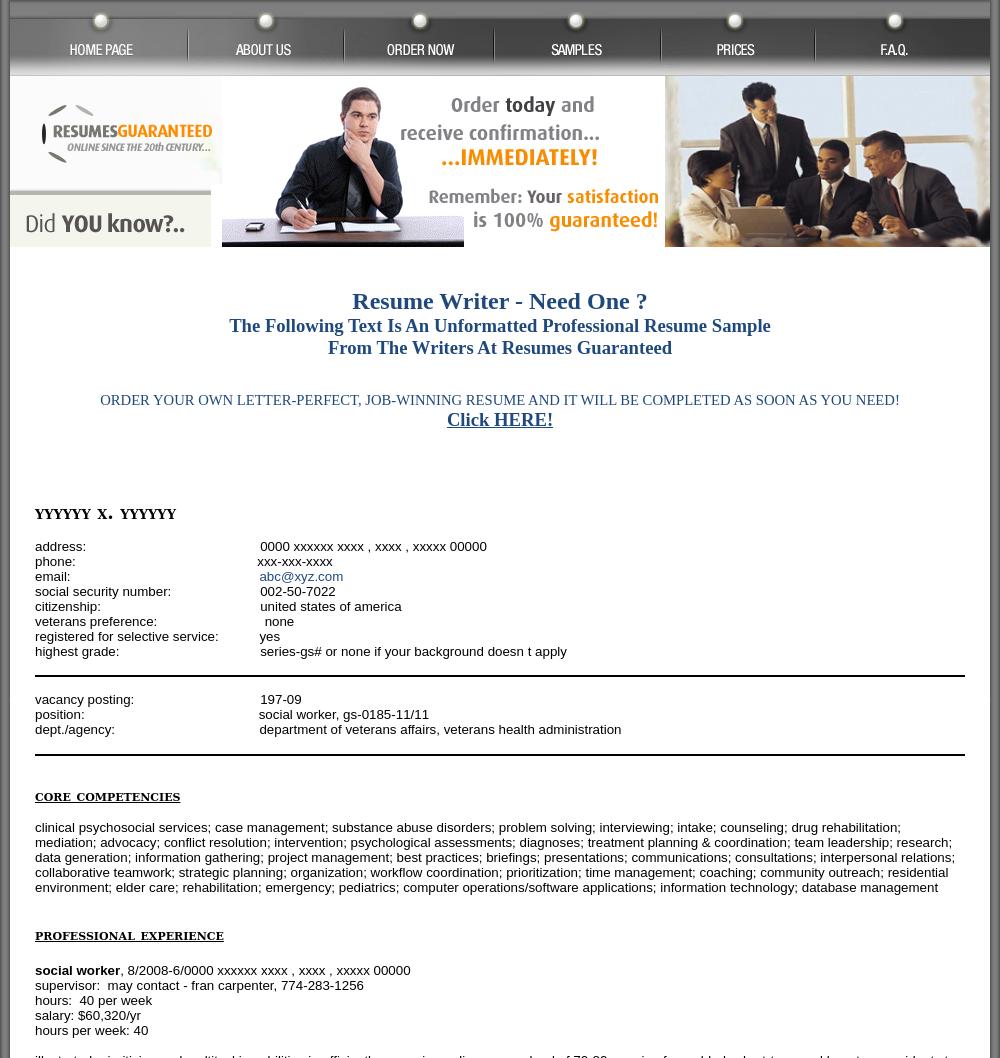 Image resolution: width=1000 pixels, height=1058 pixels. Describe the element at coordinates (104, 510) in the screenshot. I see `'yyyyyy x. yyyyyy'` at that location.